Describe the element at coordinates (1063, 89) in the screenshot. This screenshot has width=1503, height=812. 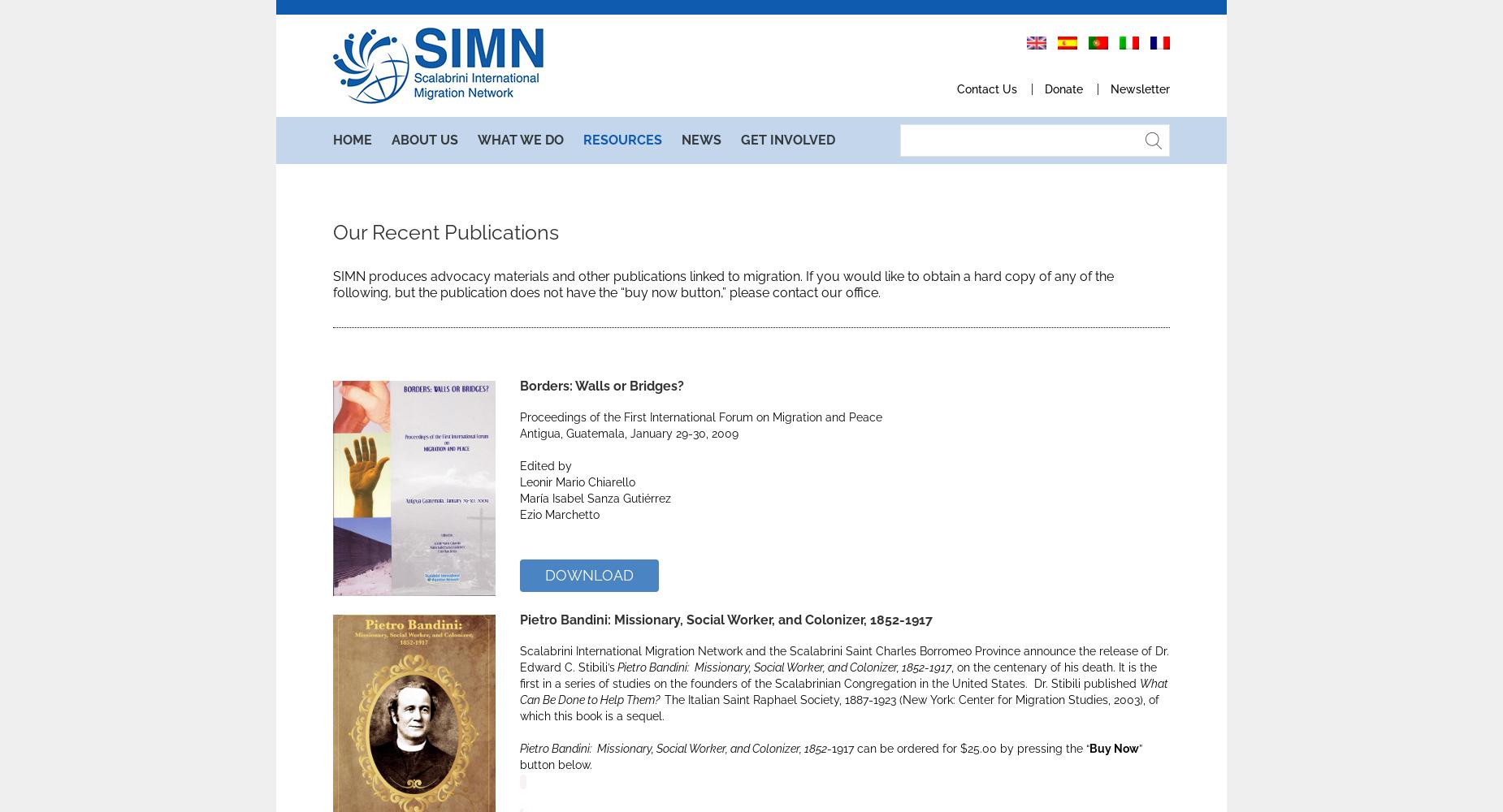
I see `'Donate'` at that location.